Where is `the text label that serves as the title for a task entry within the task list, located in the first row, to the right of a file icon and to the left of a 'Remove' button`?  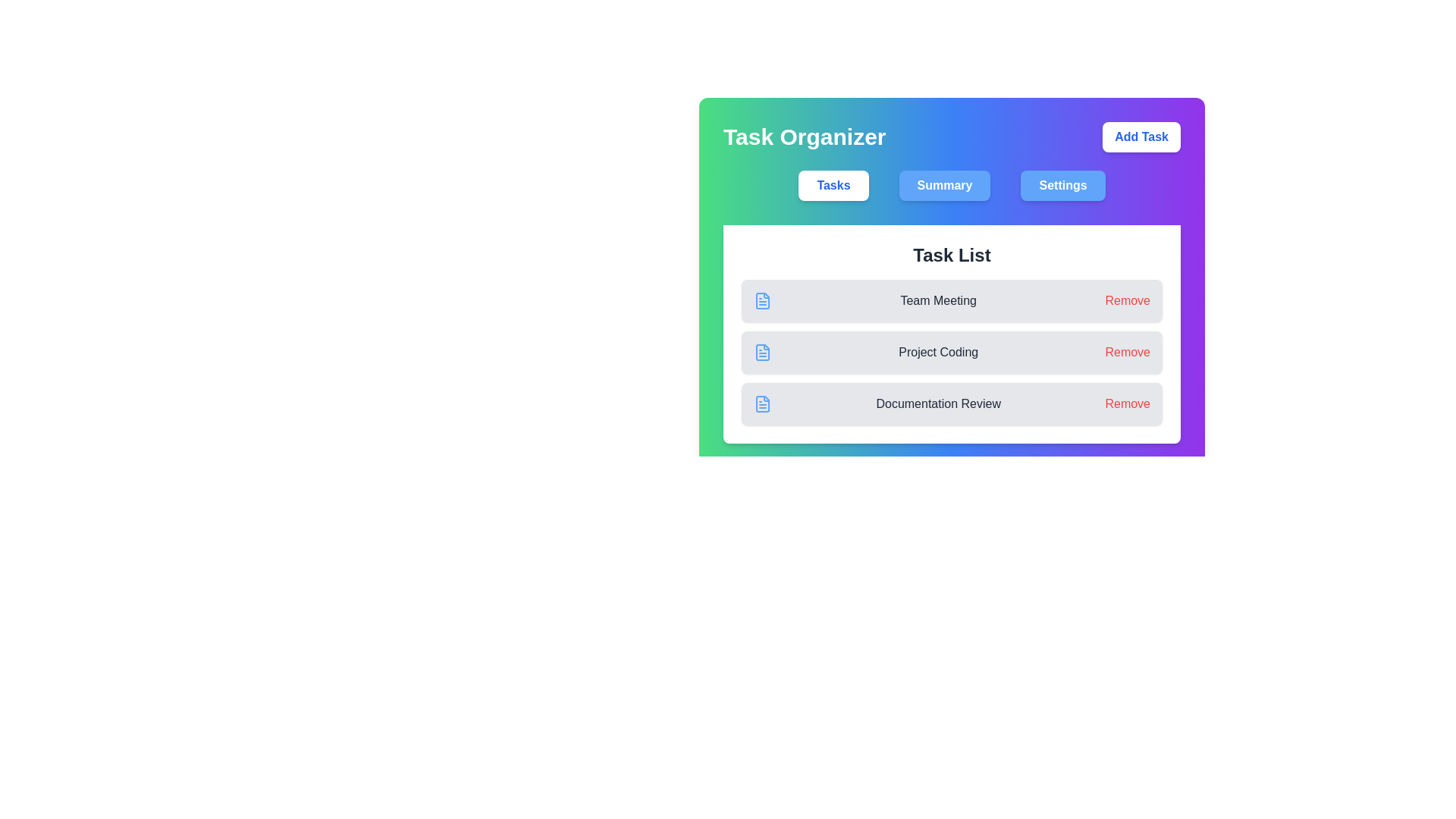
the text label that serves as the title for a task entry within the task list, located in the first row, to the right of a file icon and to the left of a 'Remove' button is located at coordinates (937, 301).